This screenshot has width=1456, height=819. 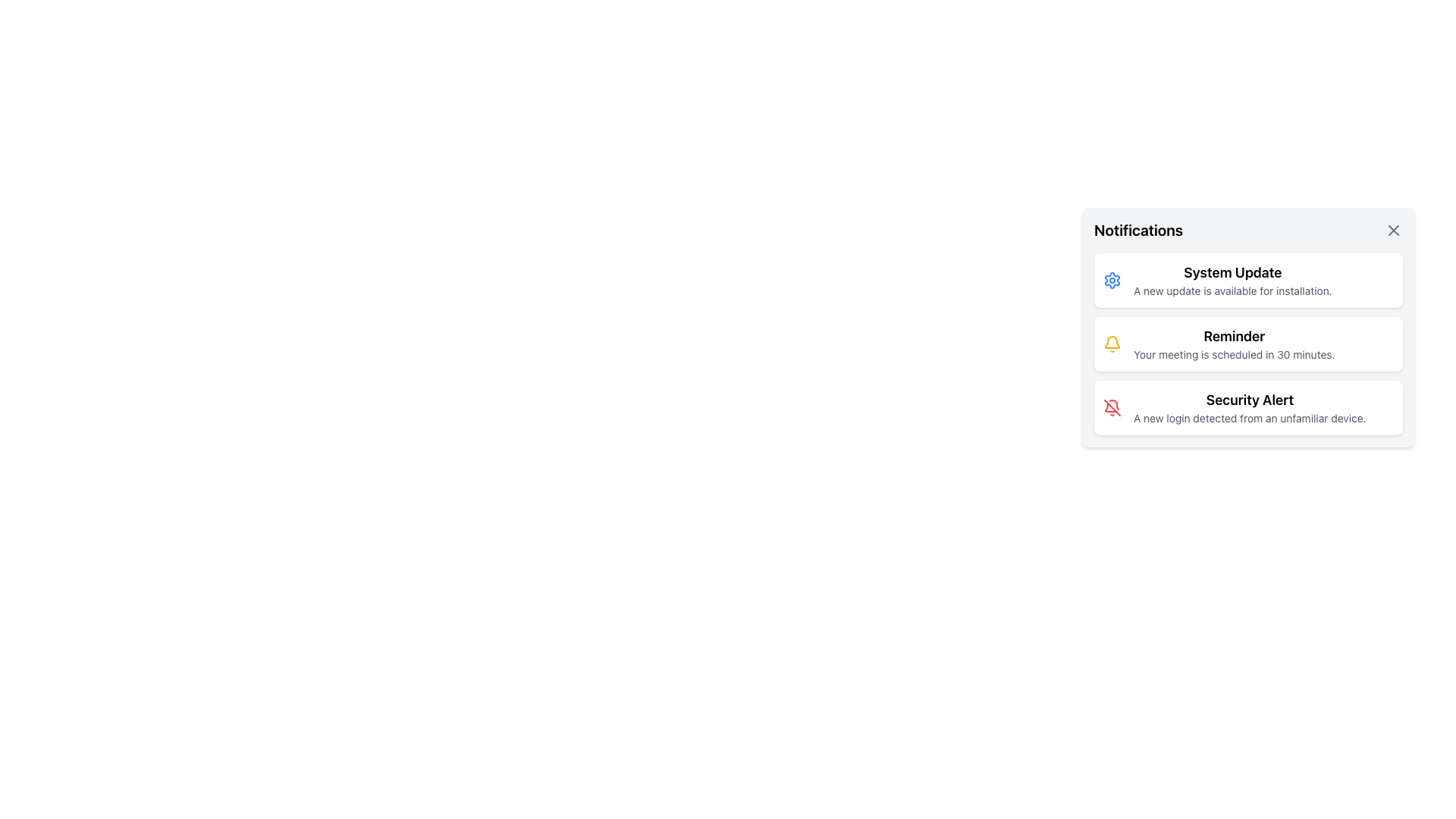 I want to click on the notification text label indicating a new system update, which is the first item in the vertically stacked list of notifications in the upper section of the notifications panel, so click(x=1232, y=281).